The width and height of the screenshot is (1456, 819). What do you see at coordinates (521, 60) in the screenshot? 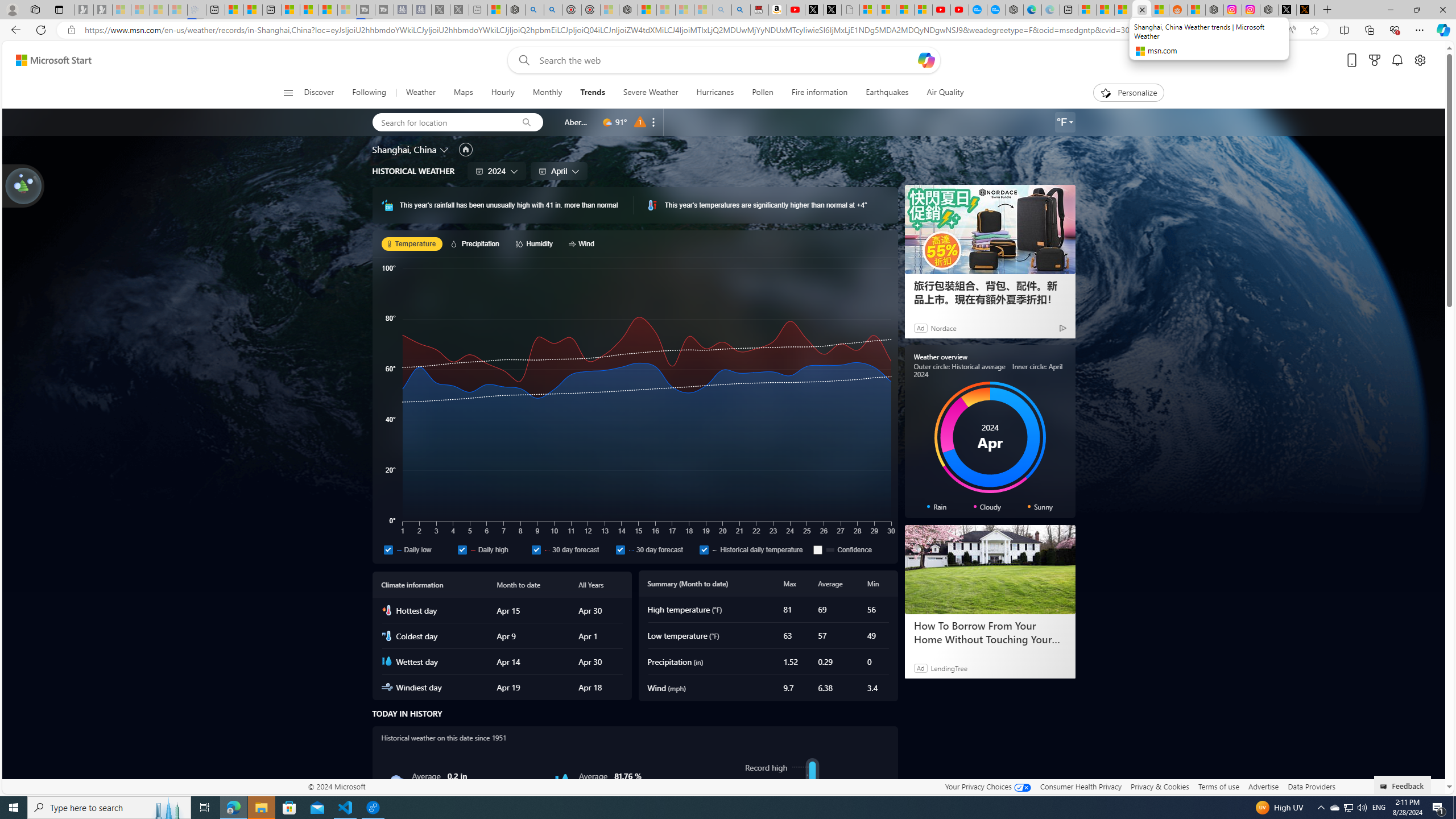
I see `'Web search'` at bounding box center [521, 60].